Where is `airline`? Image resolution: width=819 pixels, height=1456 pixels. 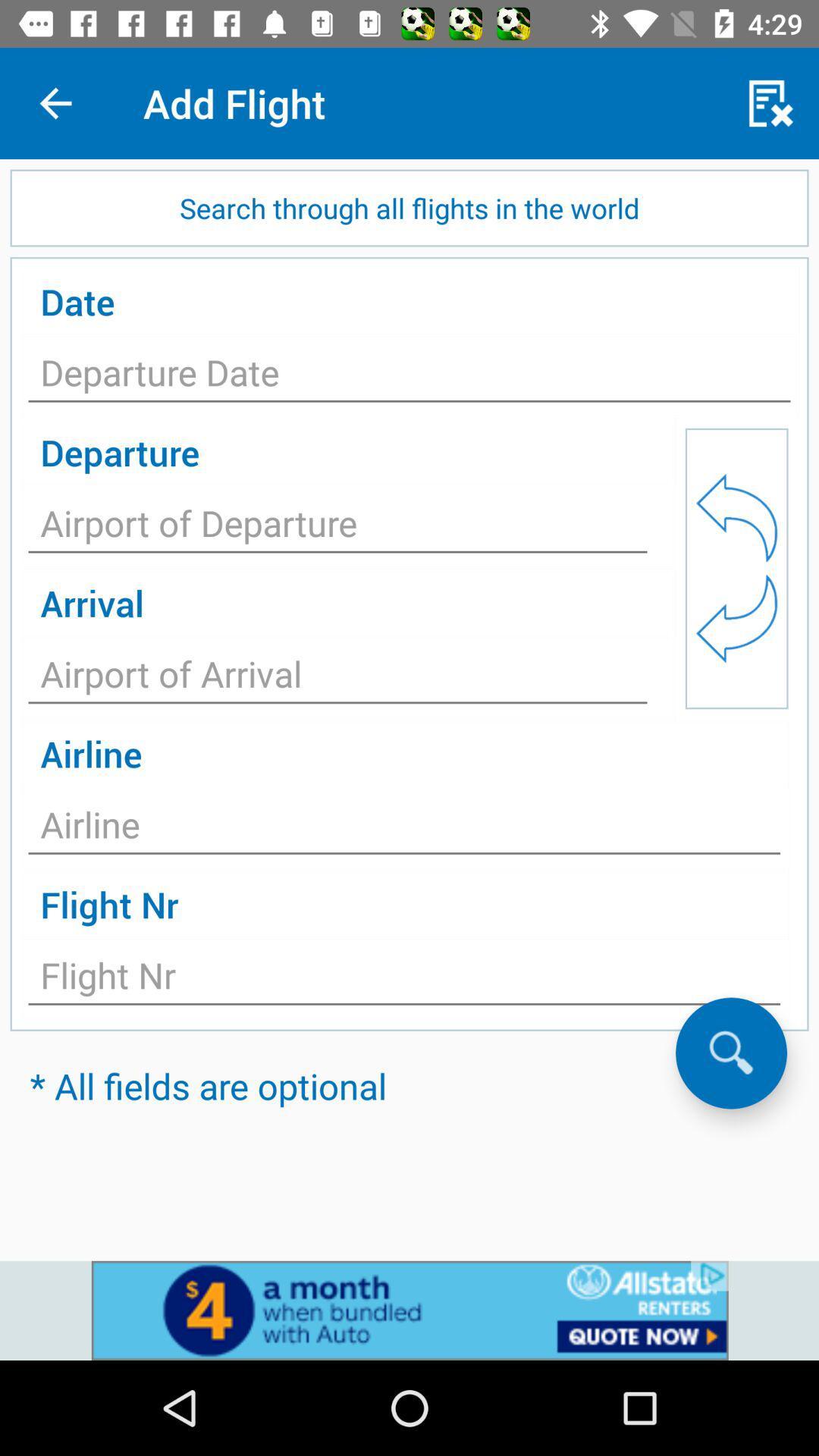
airline is located at coordinates (403, 828).